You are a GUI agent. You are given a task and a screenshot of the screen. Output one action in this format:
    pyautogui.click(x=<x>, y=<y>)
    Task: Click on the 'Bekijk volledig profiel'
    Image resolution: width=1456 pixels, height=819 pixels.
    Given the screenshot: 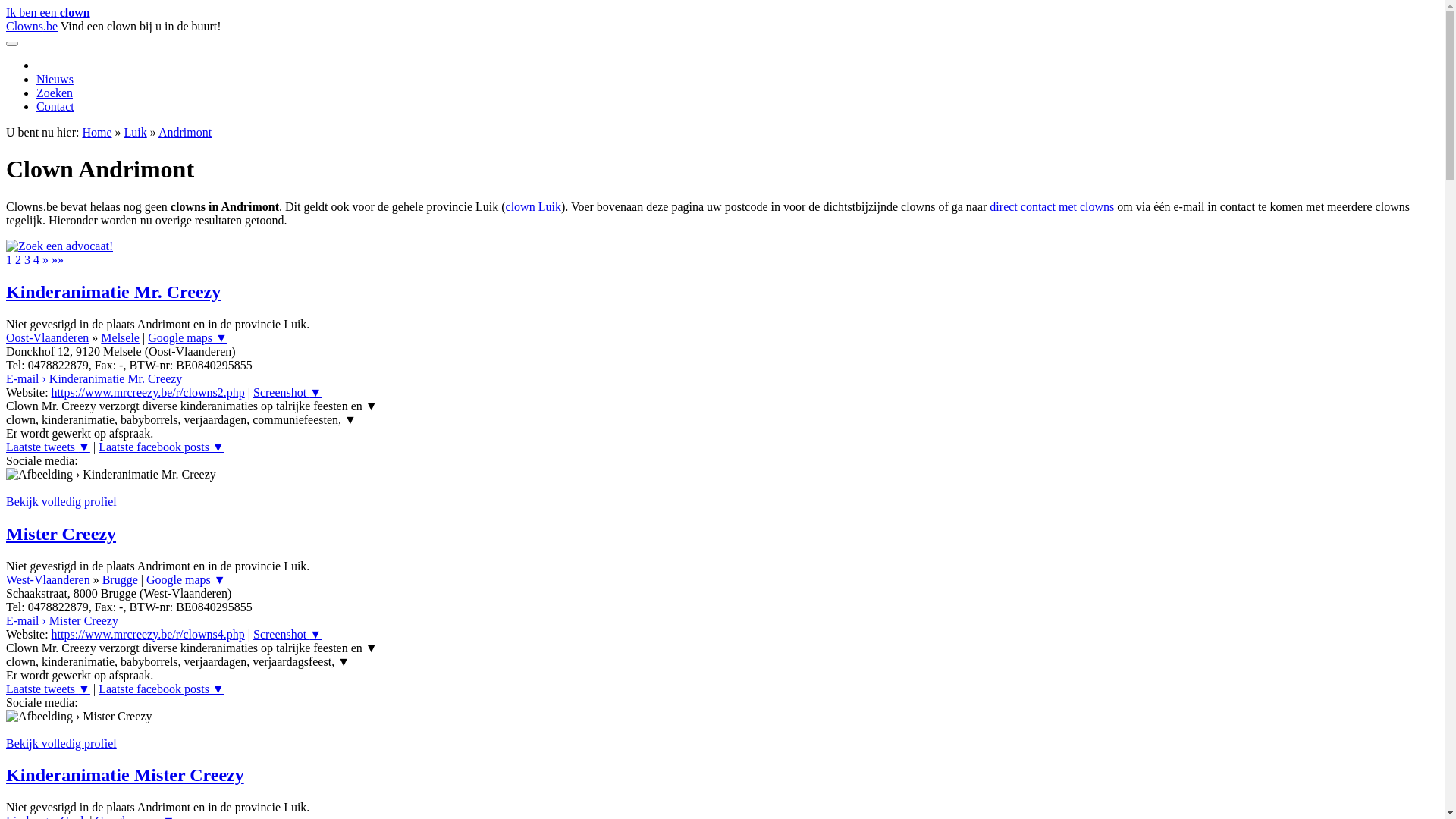 What is the action you would take?
    pyautogui.click(x=61, y=742)
    